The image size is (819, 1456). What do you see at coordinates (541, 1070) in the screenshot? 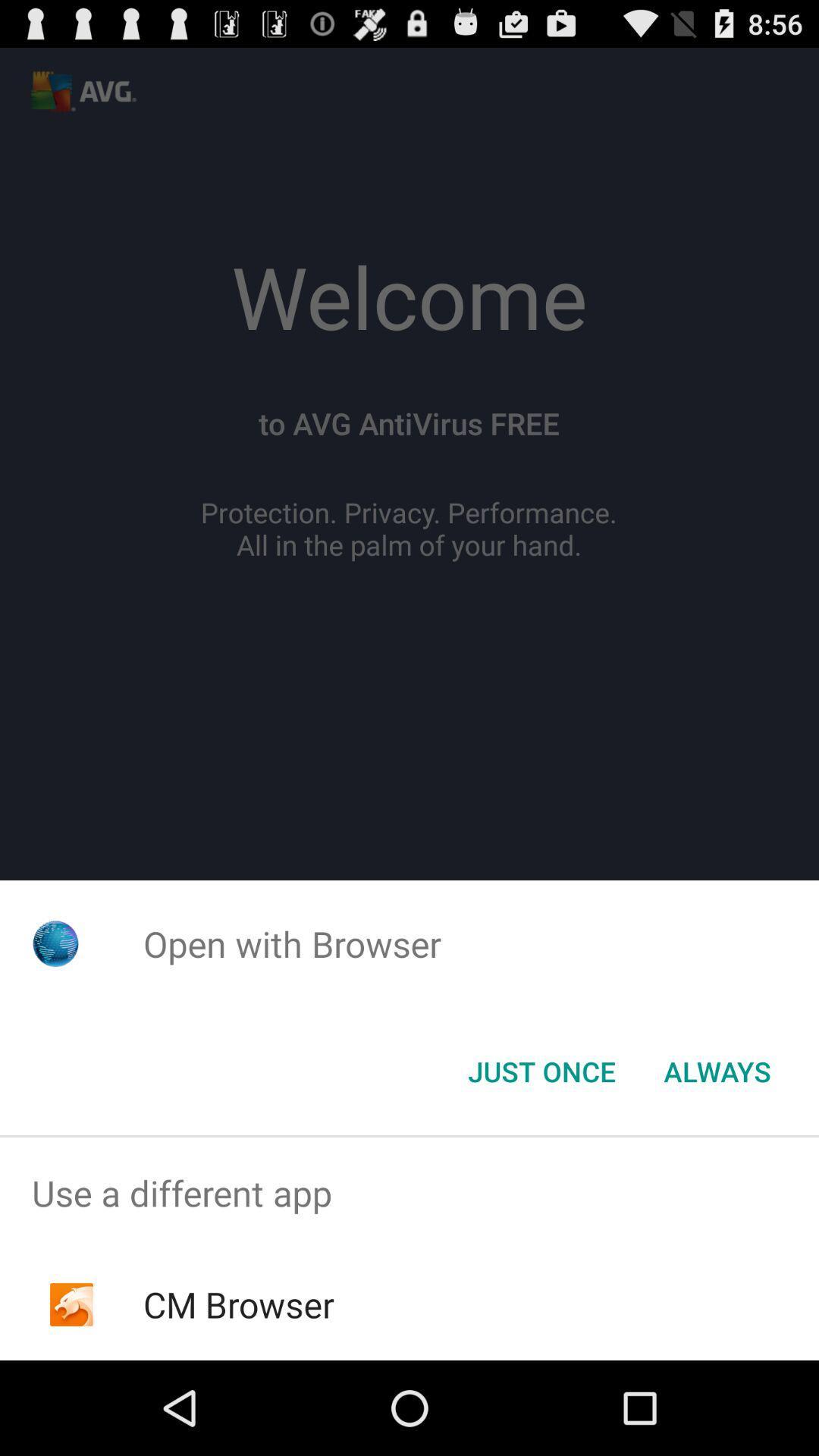
I see `the just once item` at bounding box center [541, 1070].